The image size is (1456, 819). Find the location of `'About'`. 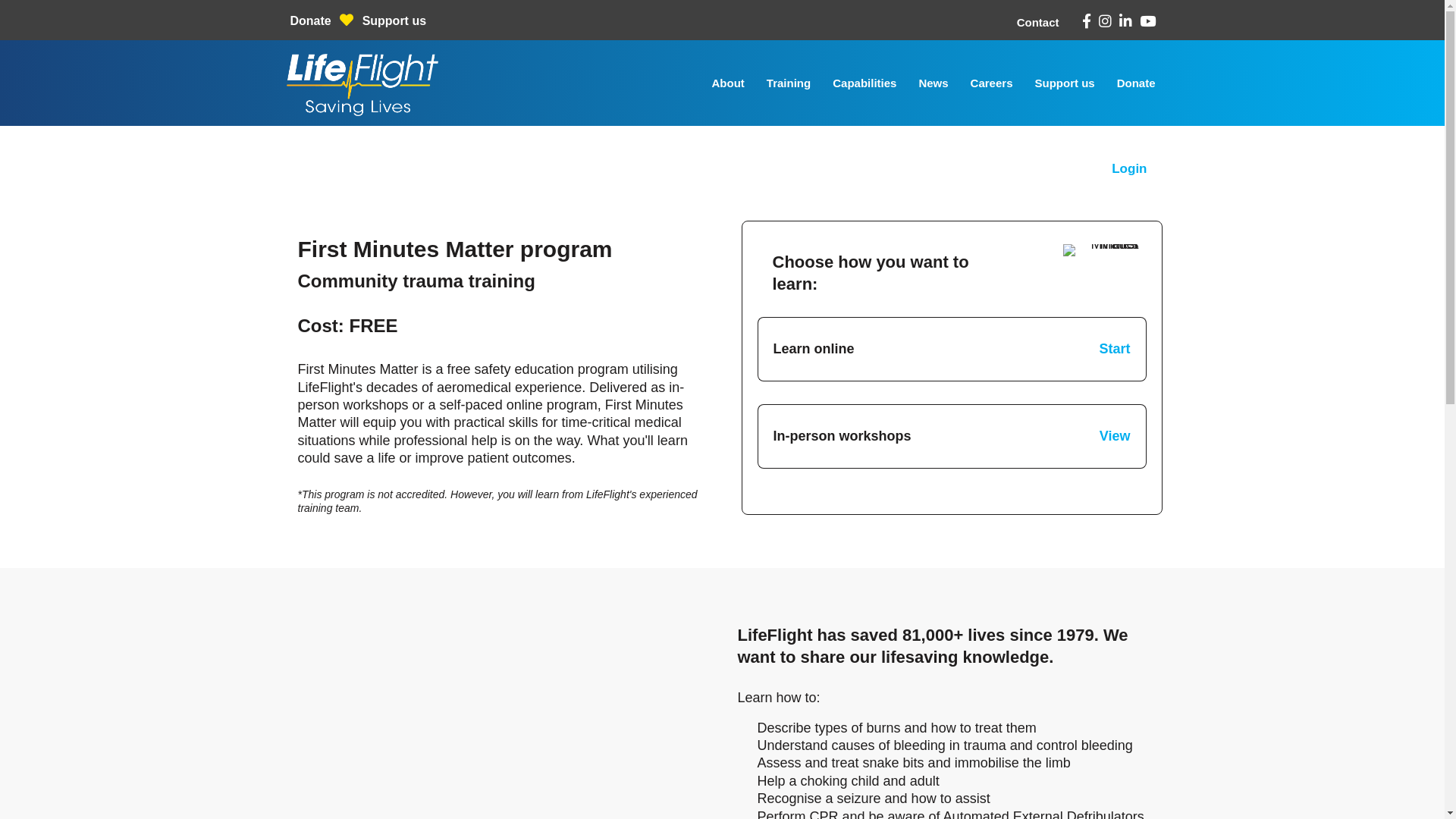

'About' is located at coordinates (728, 83).